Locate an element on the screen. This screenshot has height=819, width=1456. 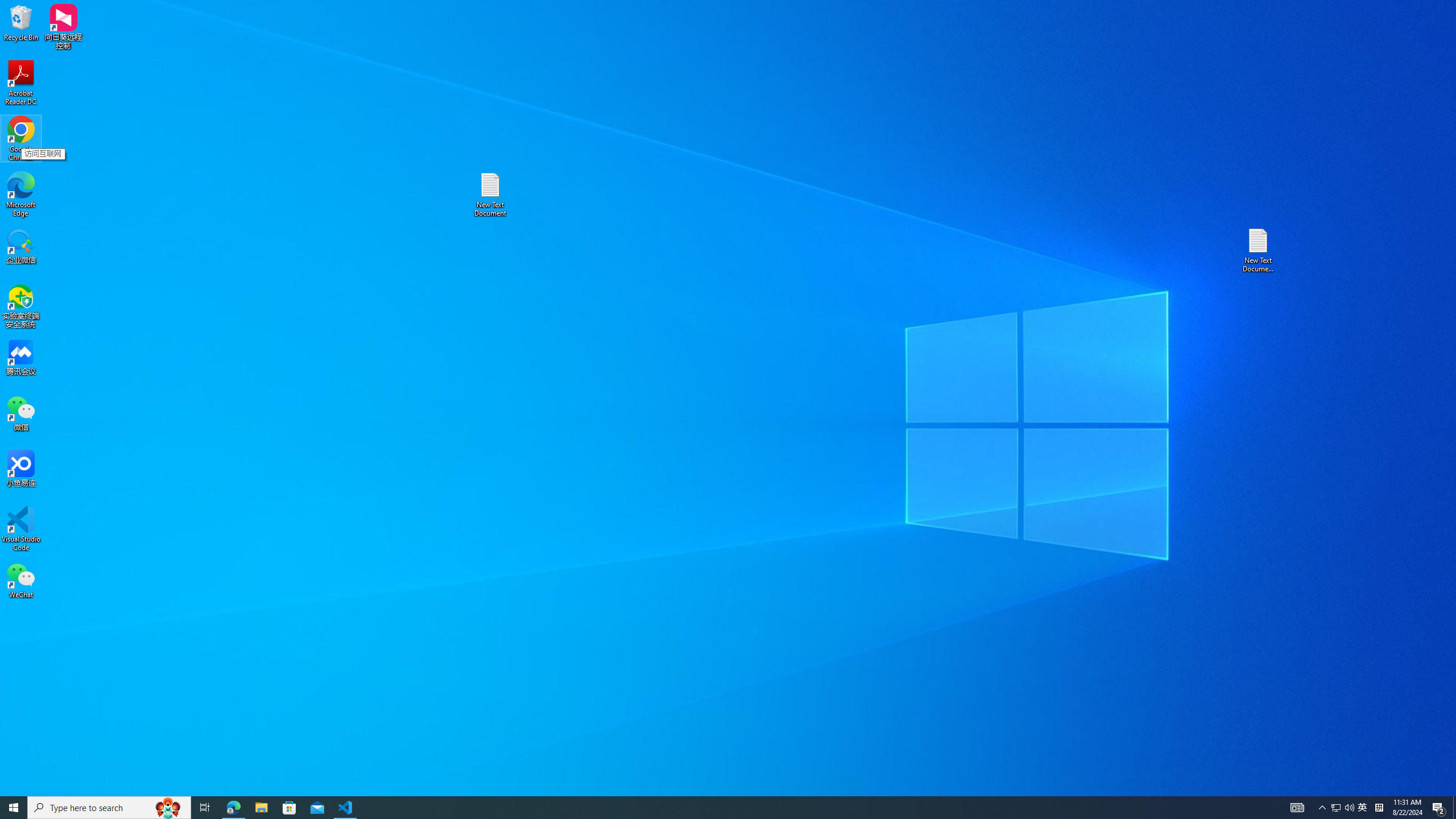
'WeChat' is located at coordinates (20, 580).